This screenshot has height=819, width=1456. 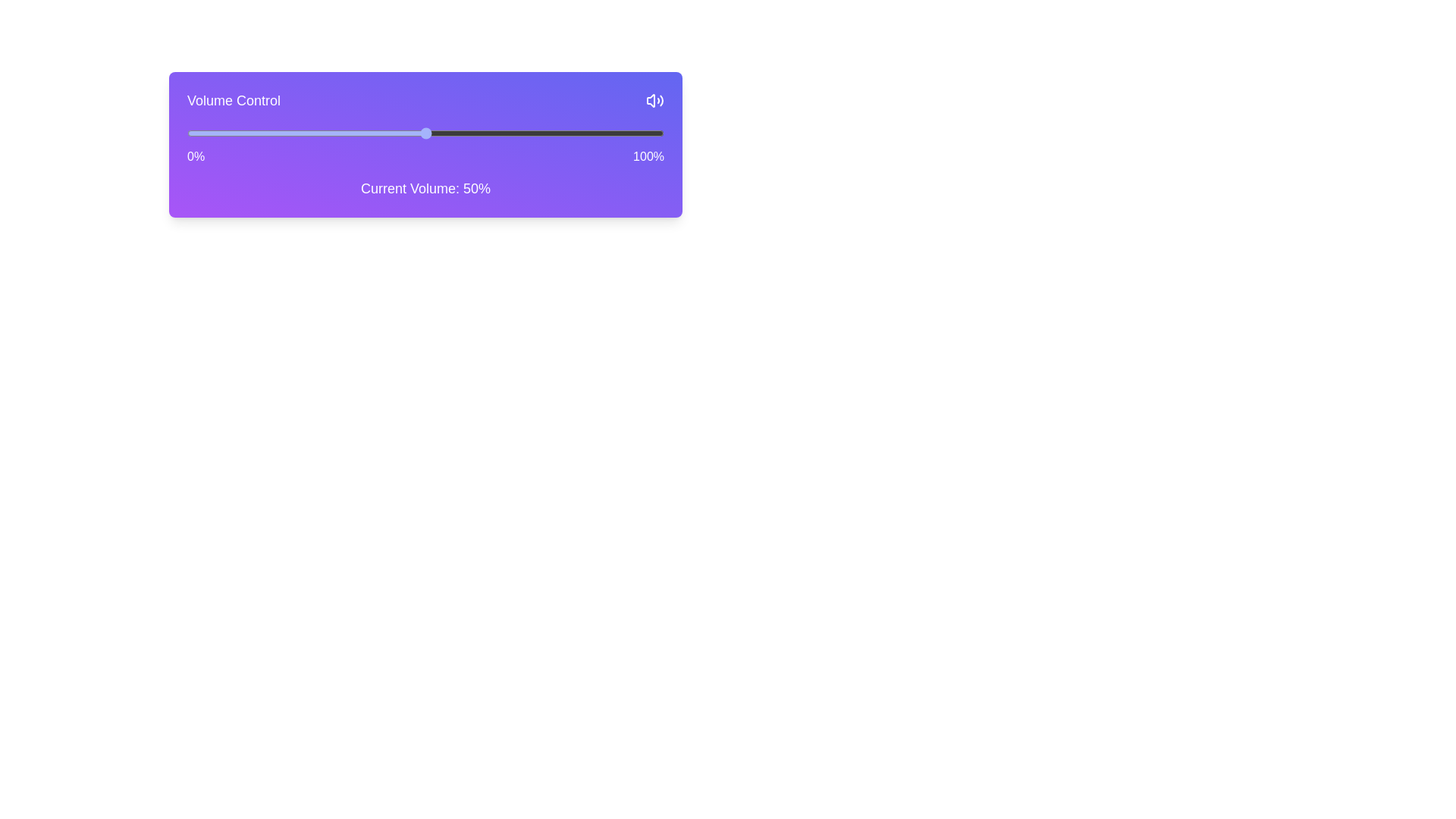 I want to click on the rightmost arc-shaped wave line component of the sound wave pattern within the speaker icon, so click(x=661, y=100).